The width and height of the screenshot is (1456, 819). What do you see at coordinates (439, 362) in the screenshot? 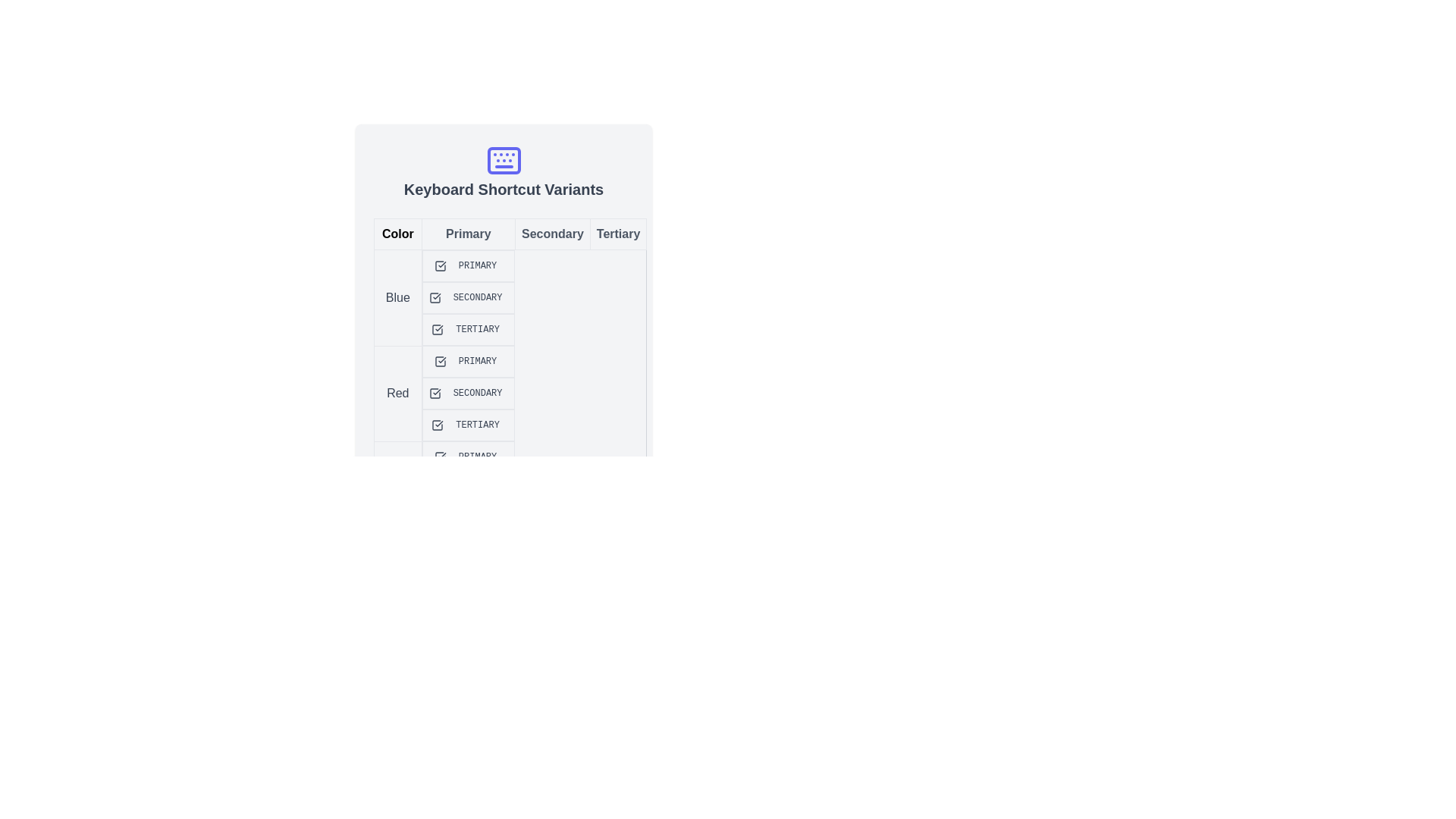
I see `the icon located in the second row of the table under the 'Primary' column, adjacent to the 'Red' label, to interact with it` at bounding box center [439, 362].